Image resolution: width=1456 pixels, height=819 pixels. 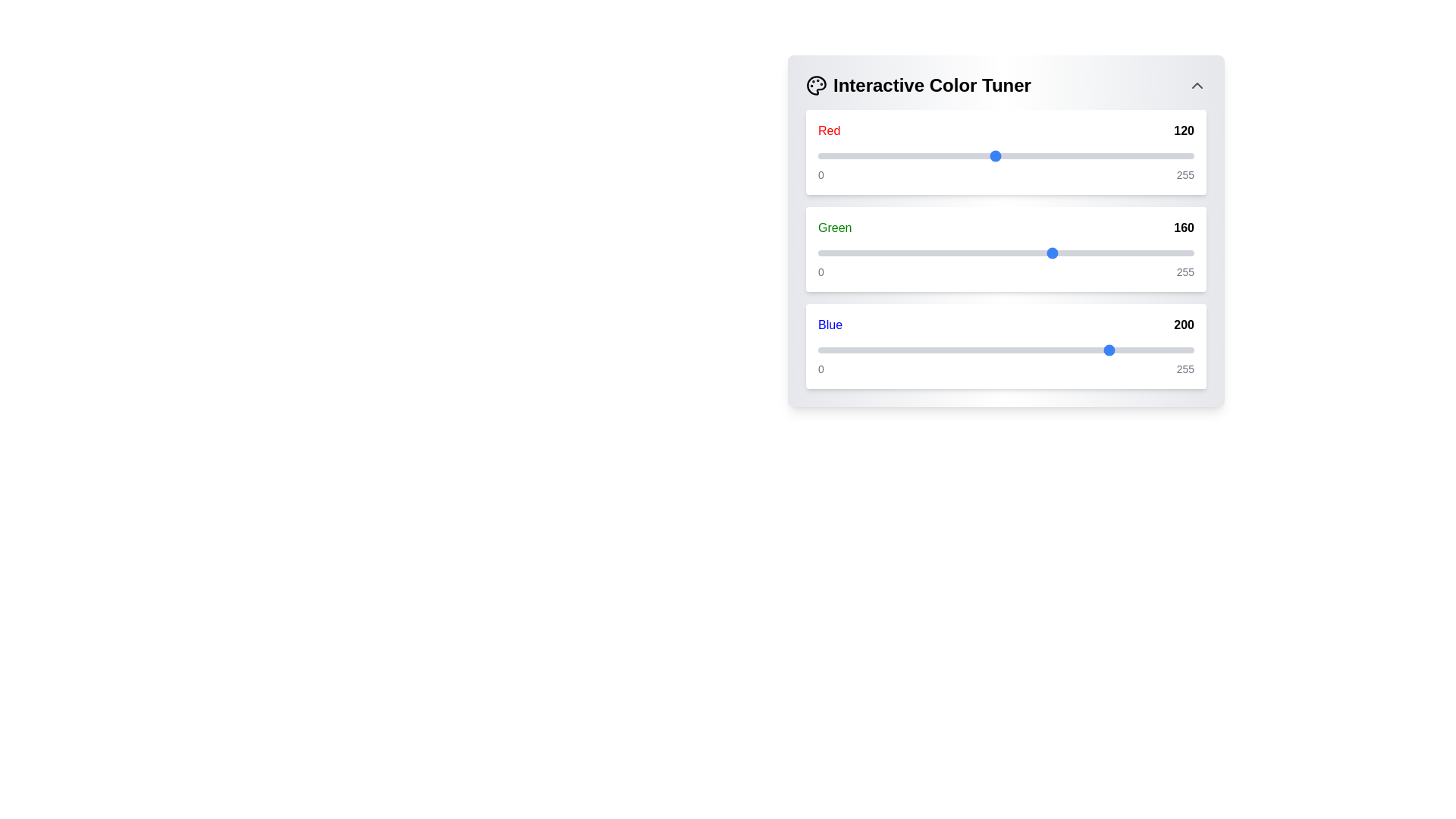 What do you see at coordinates (1068, 350) in the screenshot?
I see `the Blue slider value` at bounding box center [1068, 350].